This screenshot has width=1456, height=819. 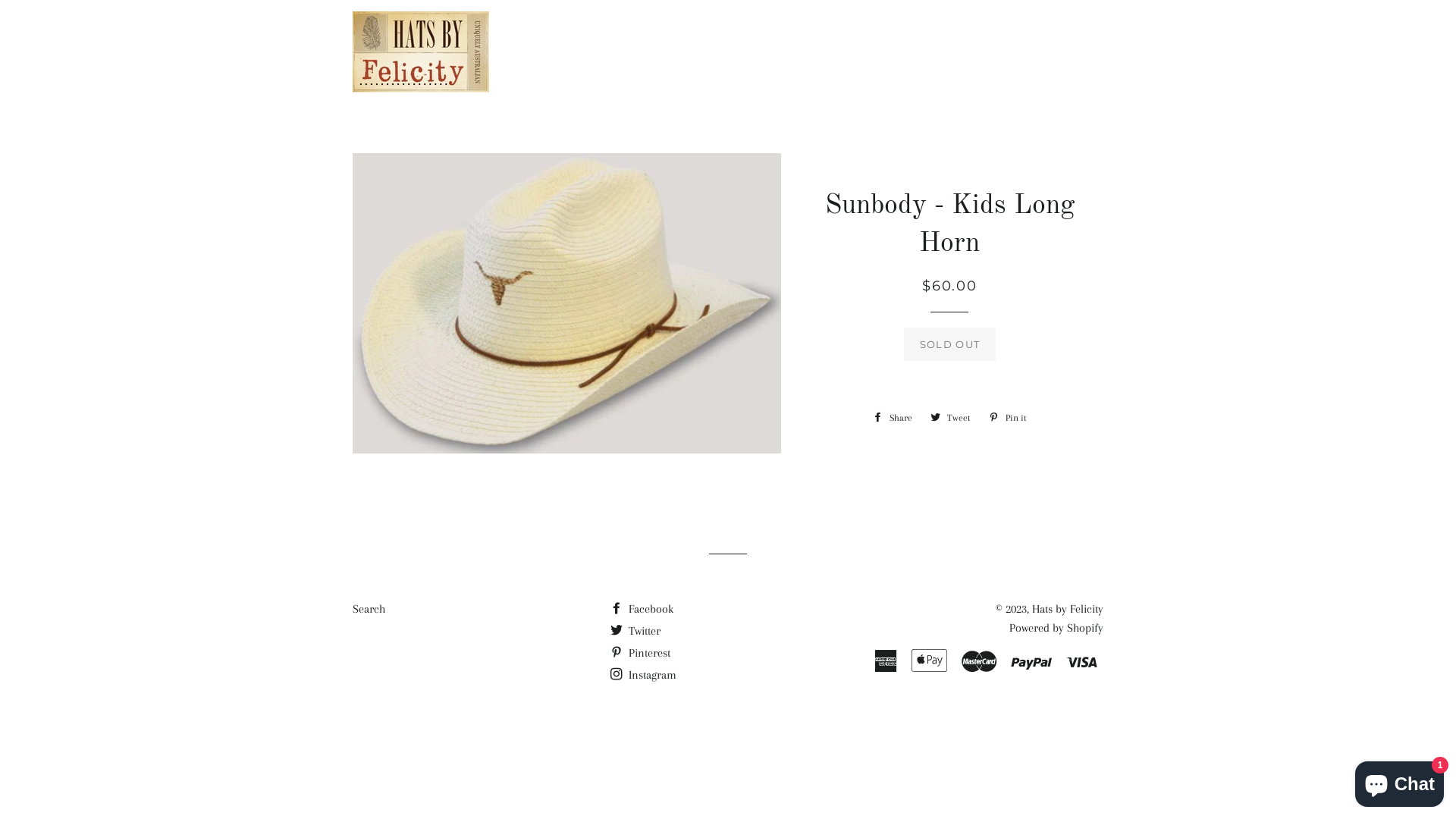 I want to click on 'SOLD OUT', so click(x=903, y=344).